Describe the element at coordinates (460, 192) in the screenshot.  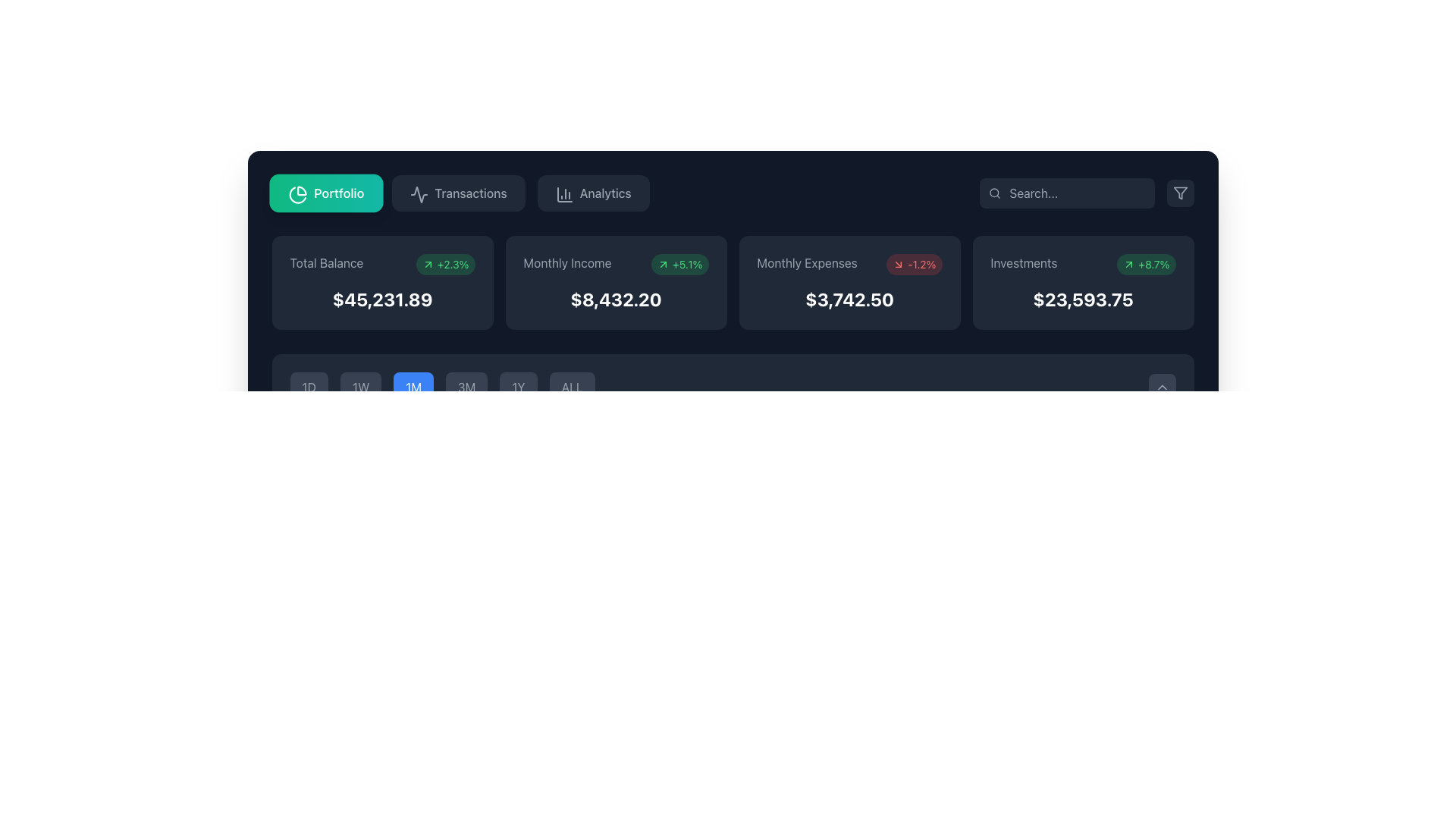
I see `the 'Portfolio' section of the dark-themed navigation menu` at that location.